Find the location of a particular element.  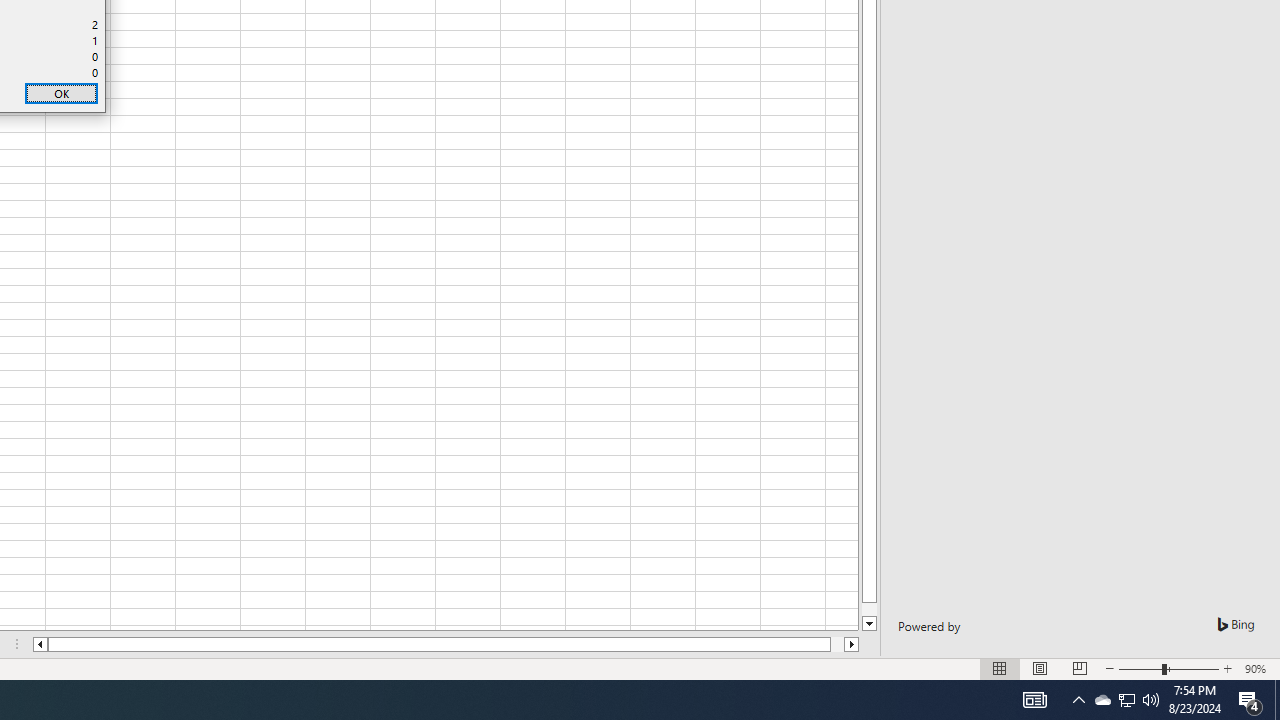

'Zoom' is located at coordinates (1168, 669).